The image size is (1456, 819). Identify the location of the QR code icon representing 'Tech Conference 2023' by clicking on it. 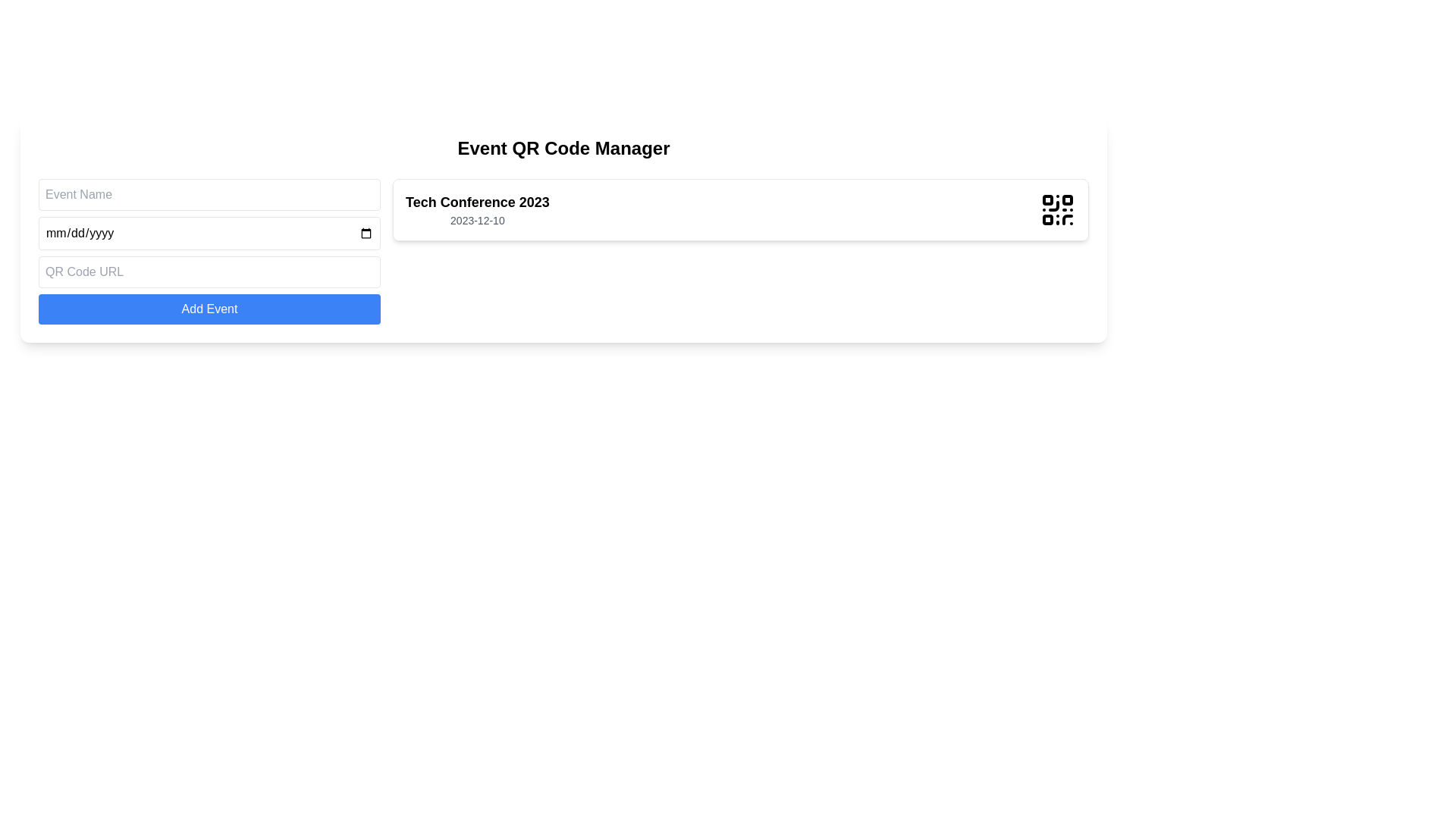
(1057, 210).